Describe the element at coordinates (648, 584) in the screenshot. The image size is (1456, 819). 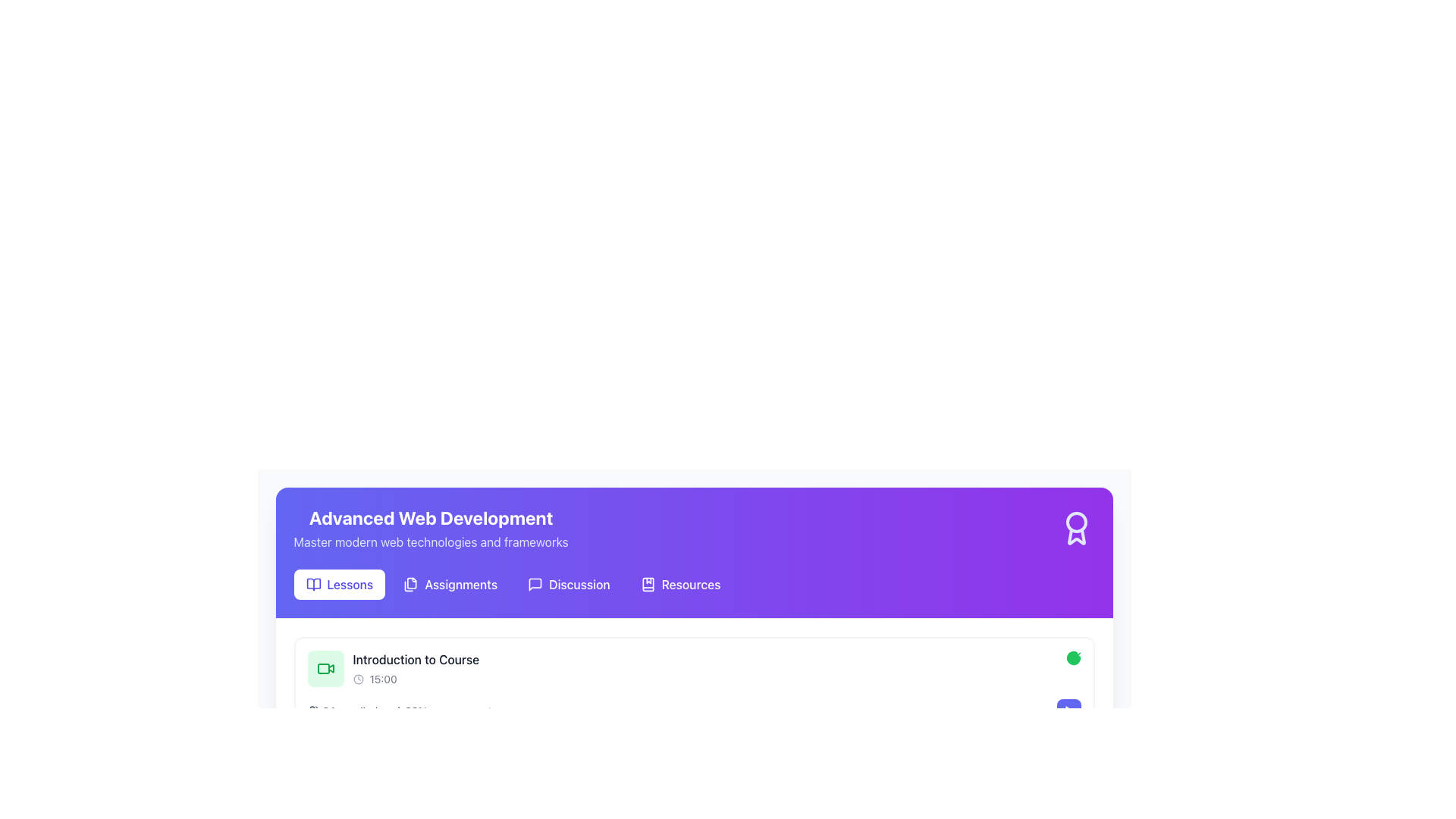
I see `the bookmark icon` at that location.